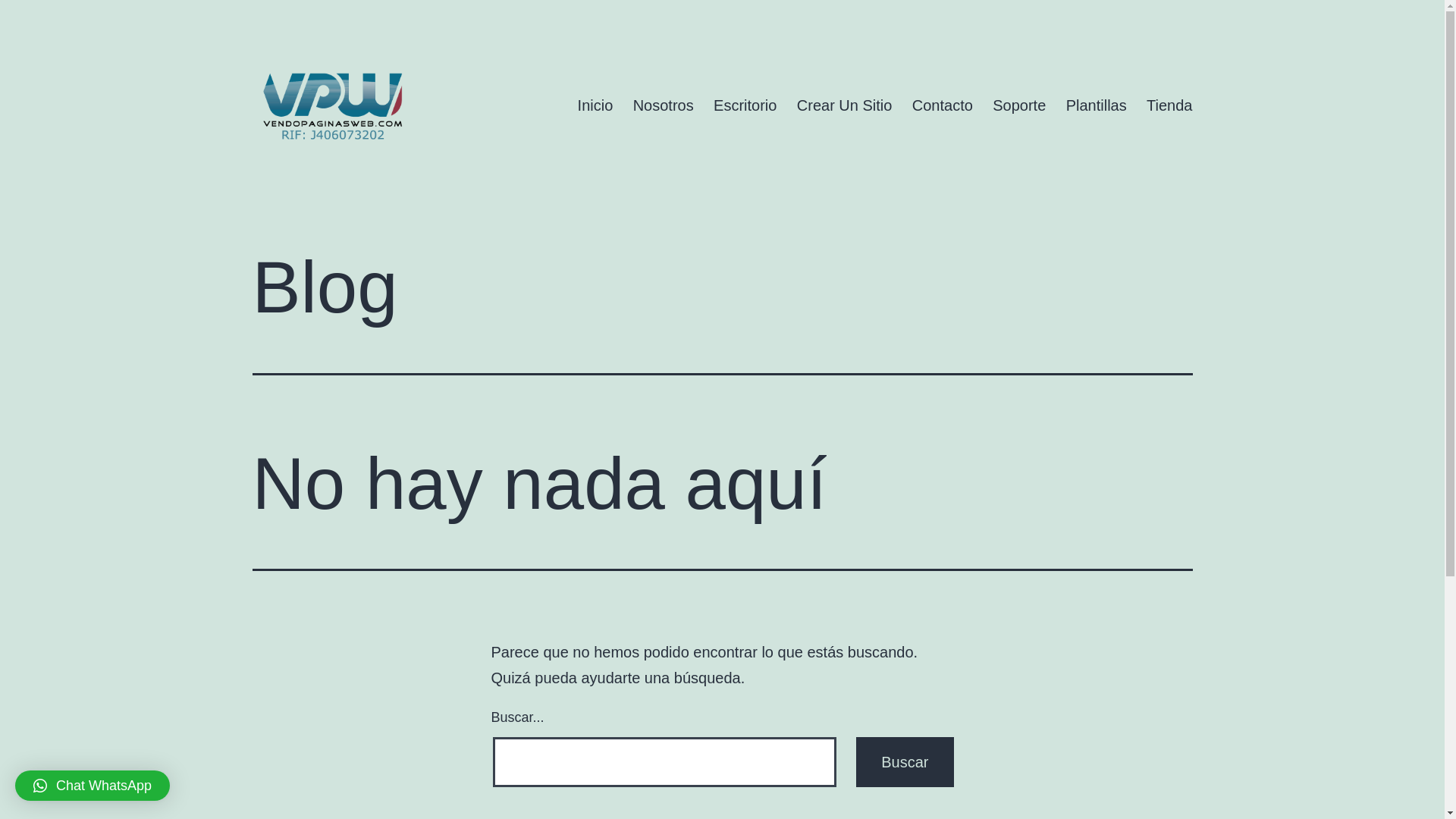 Image resolution: width=1456 pixels, height=819 pixels. Describe the element at coordinates (1169, 104) in the screenshot. I see `'Tienda'` at that location.